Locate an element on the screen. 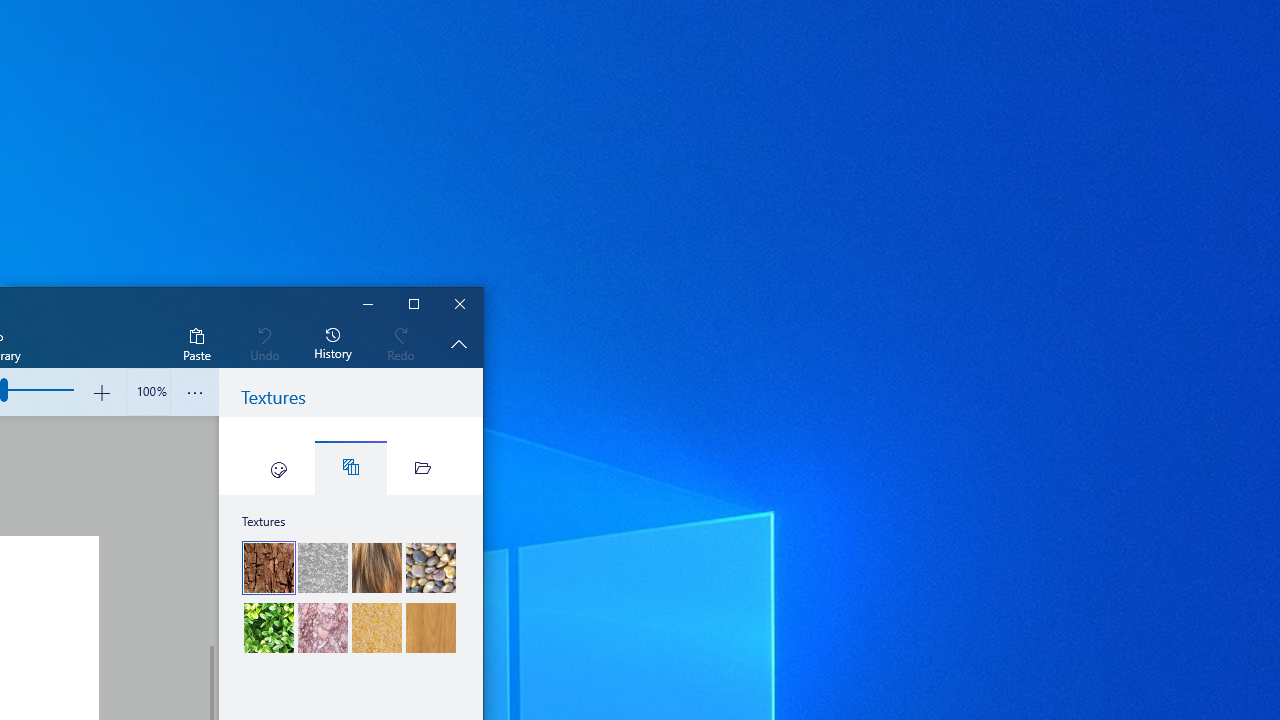  'Paste' is located at coordinates (196, 342).